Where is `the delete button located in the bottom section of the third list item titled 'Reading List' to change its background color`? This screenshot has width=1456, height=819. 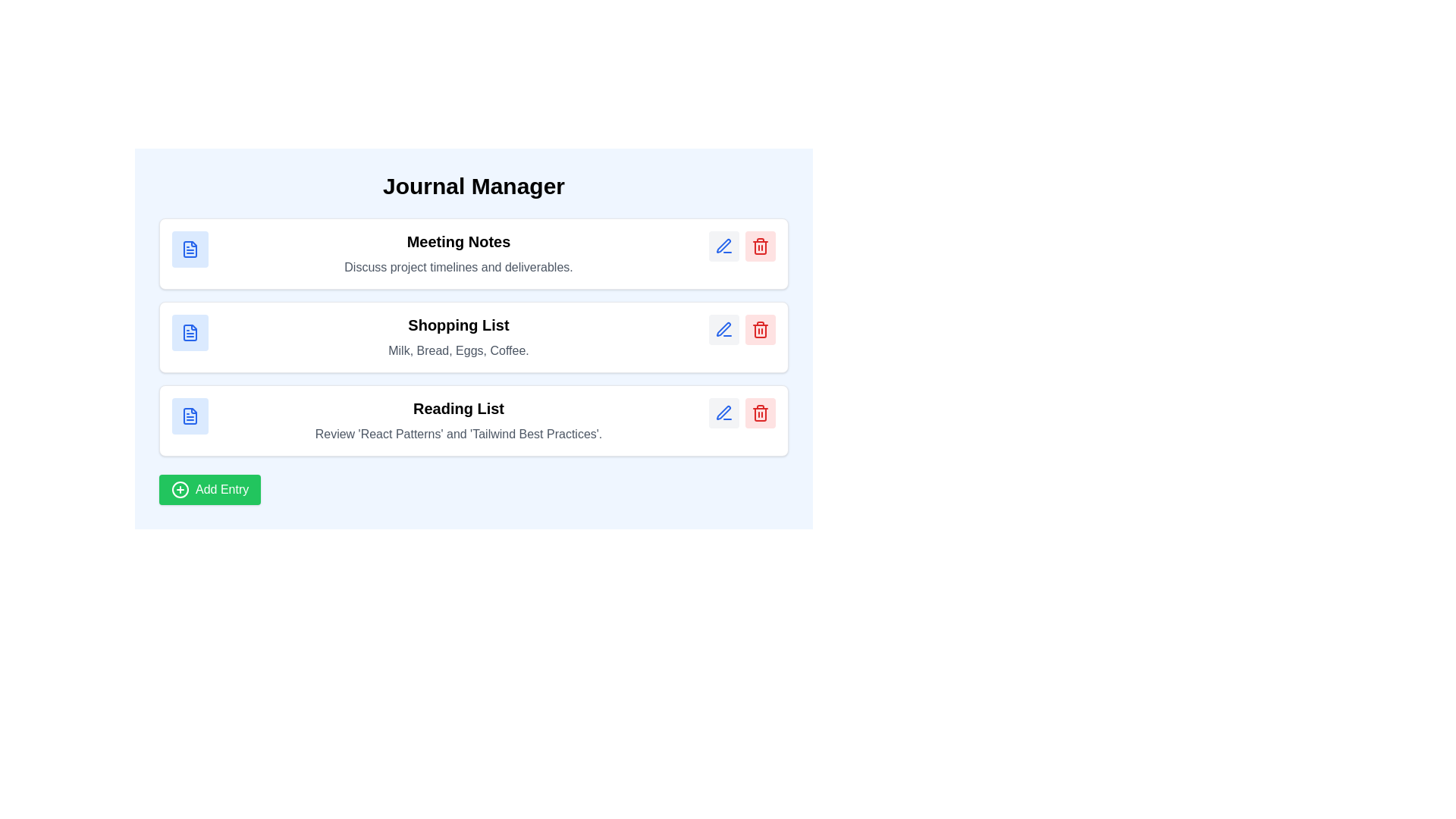
the delete button located in the bottom section of the third list item titled 'Reading List' to change its background color is located at coordinates (761, 413).